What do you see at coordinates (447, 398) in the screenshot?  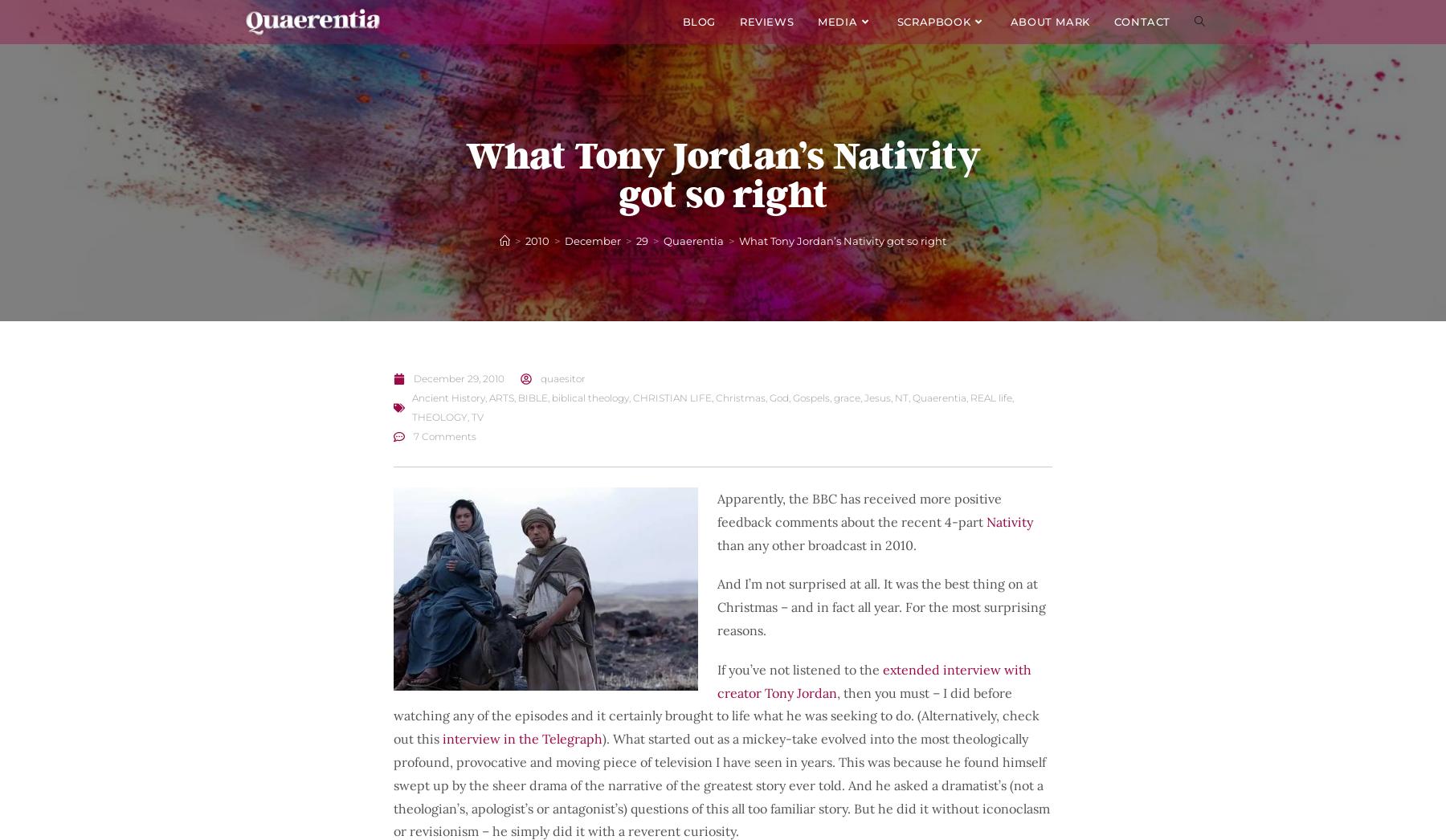 I see `'Ancient History'` at bounding box center [447, 398].